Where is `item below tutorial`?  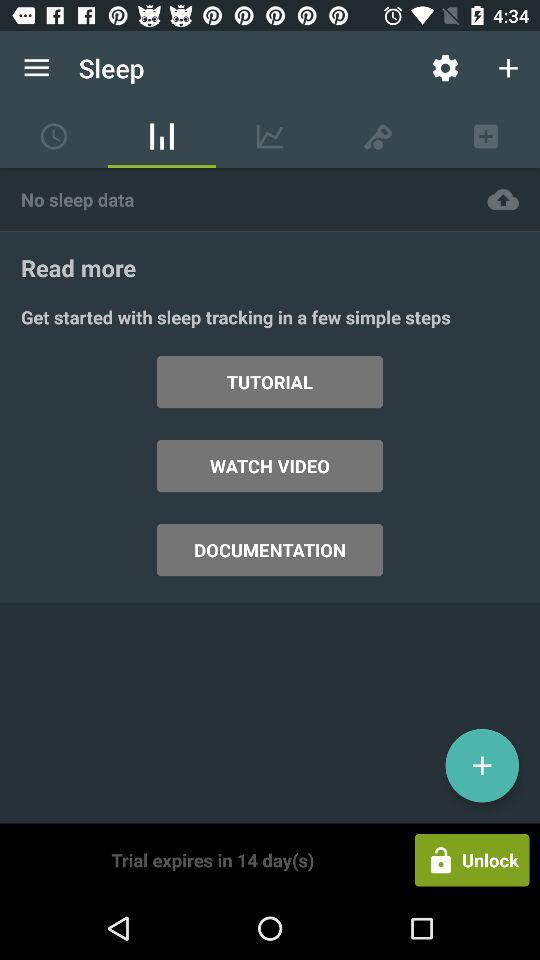 item below tutorial is located at coordinates (270, 466).